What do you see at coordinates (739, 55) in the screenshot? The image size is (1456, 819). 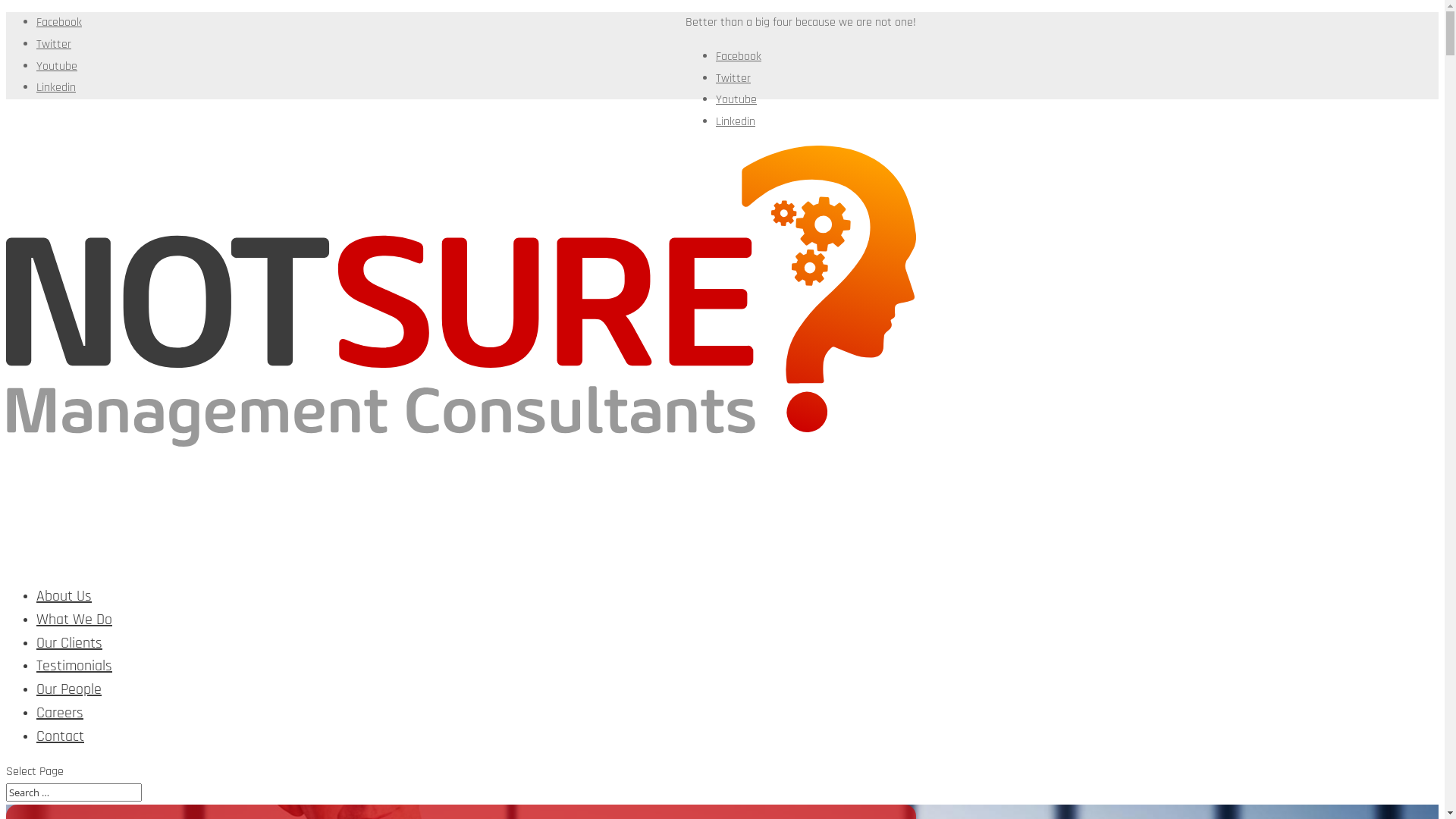 I see `'Facebook'` at bounding box center [739, 55].